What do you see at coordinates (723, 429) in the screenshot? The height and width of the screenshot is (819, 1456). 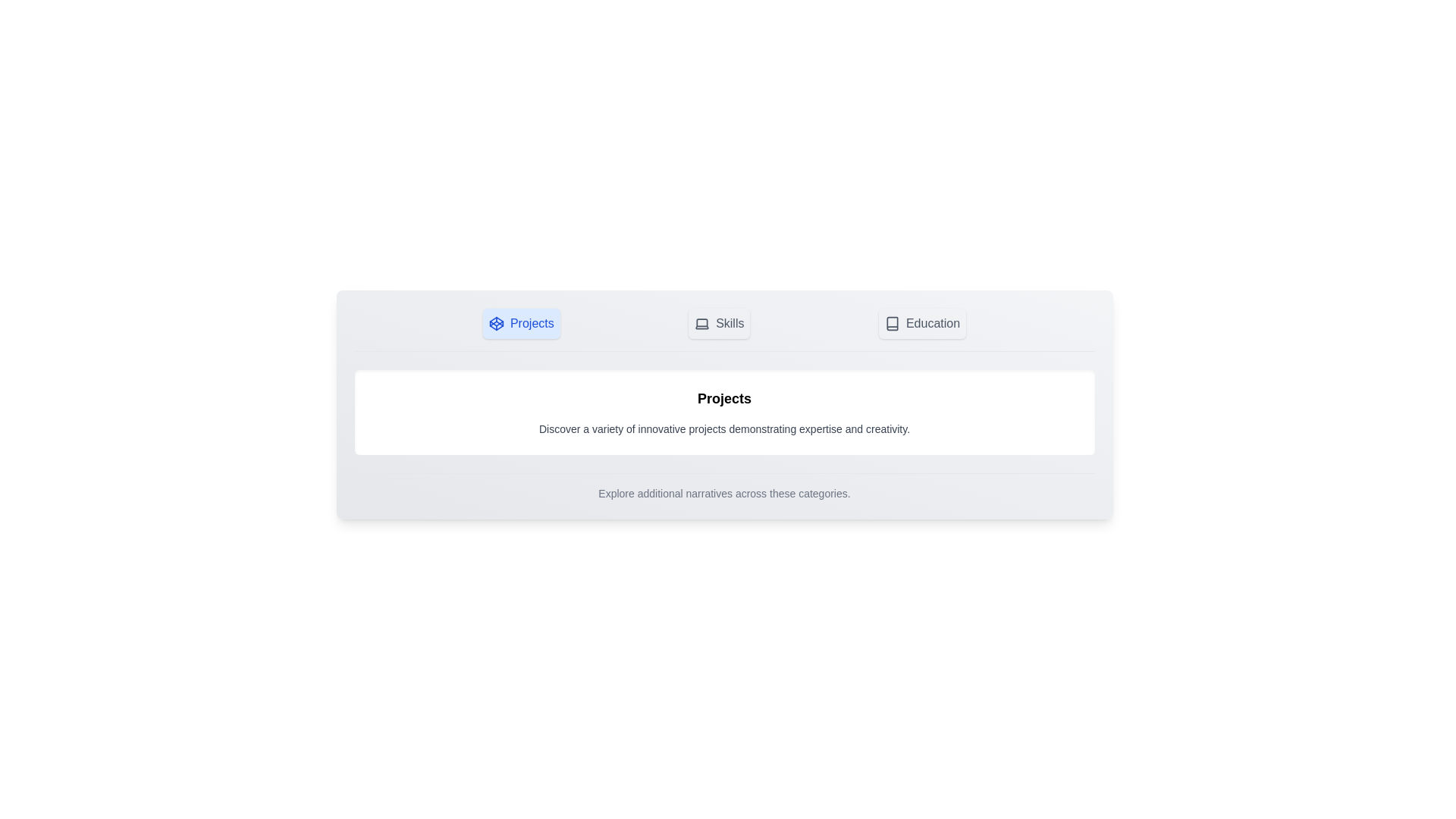 I see `text description located in the 'Projects' section, which is presented in a white card-like area below the heading 'Projects.'` at bounding box center [723, 429].